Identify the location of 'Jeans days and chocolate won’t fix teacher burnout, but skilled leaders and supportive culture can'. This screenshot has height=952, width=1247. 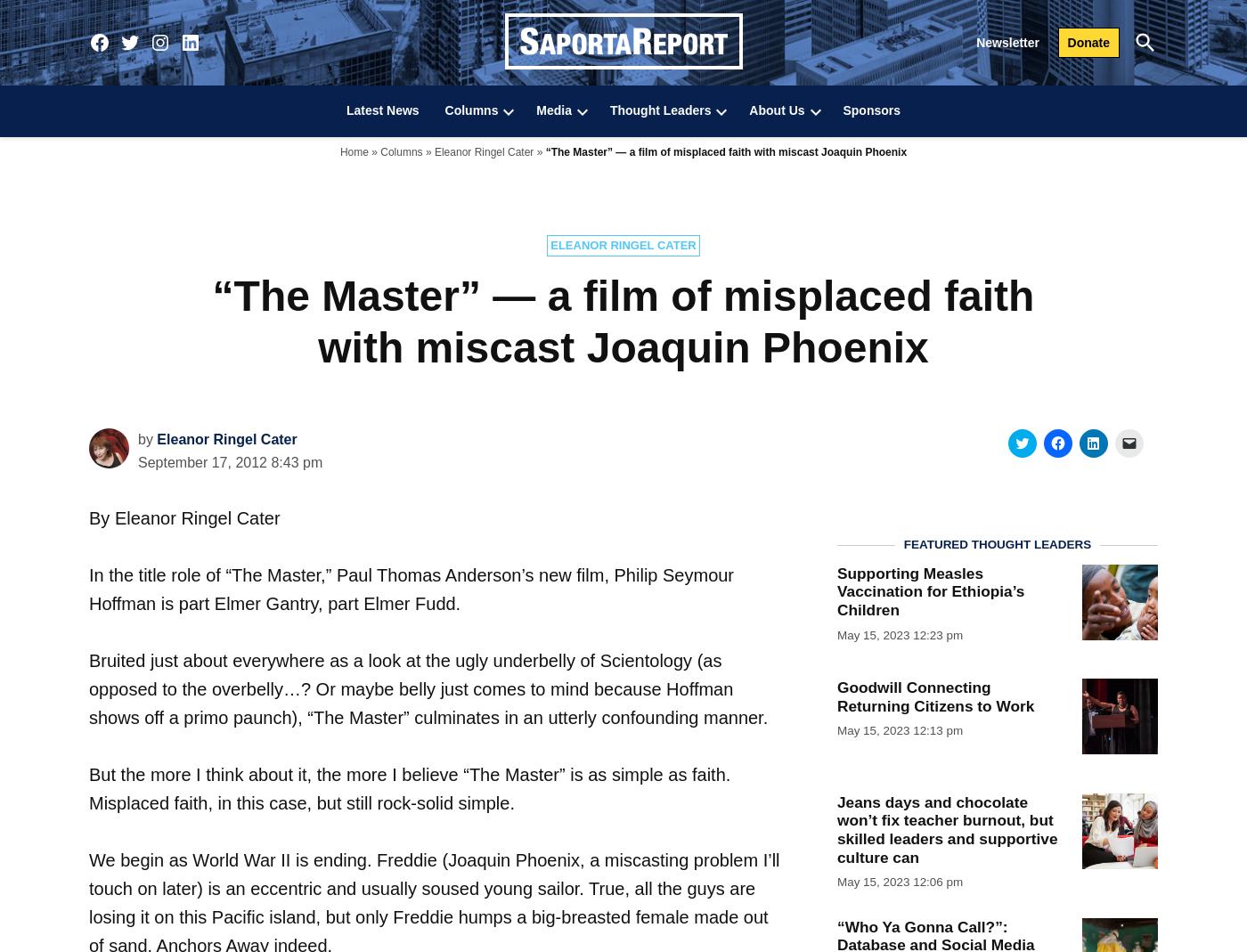
(836, 827).